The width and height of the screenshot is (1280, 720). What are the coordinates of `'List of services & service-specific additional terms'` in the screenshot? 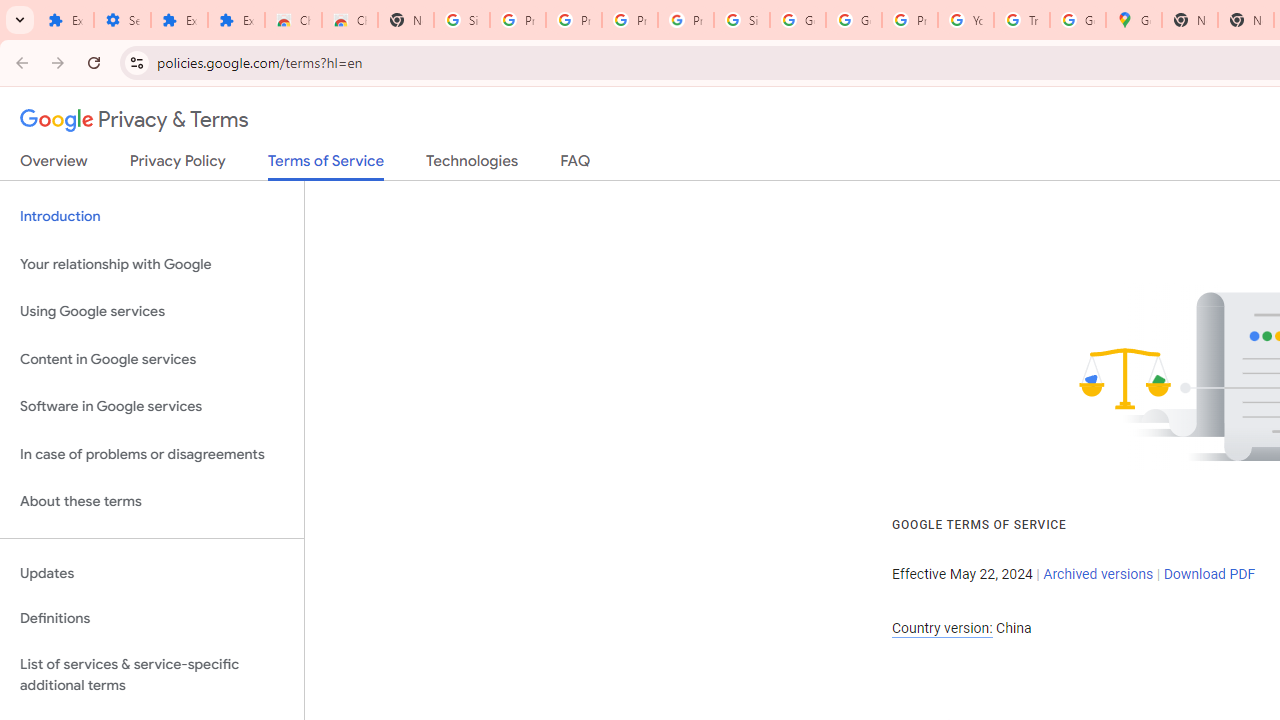 It's located at (151, 675).